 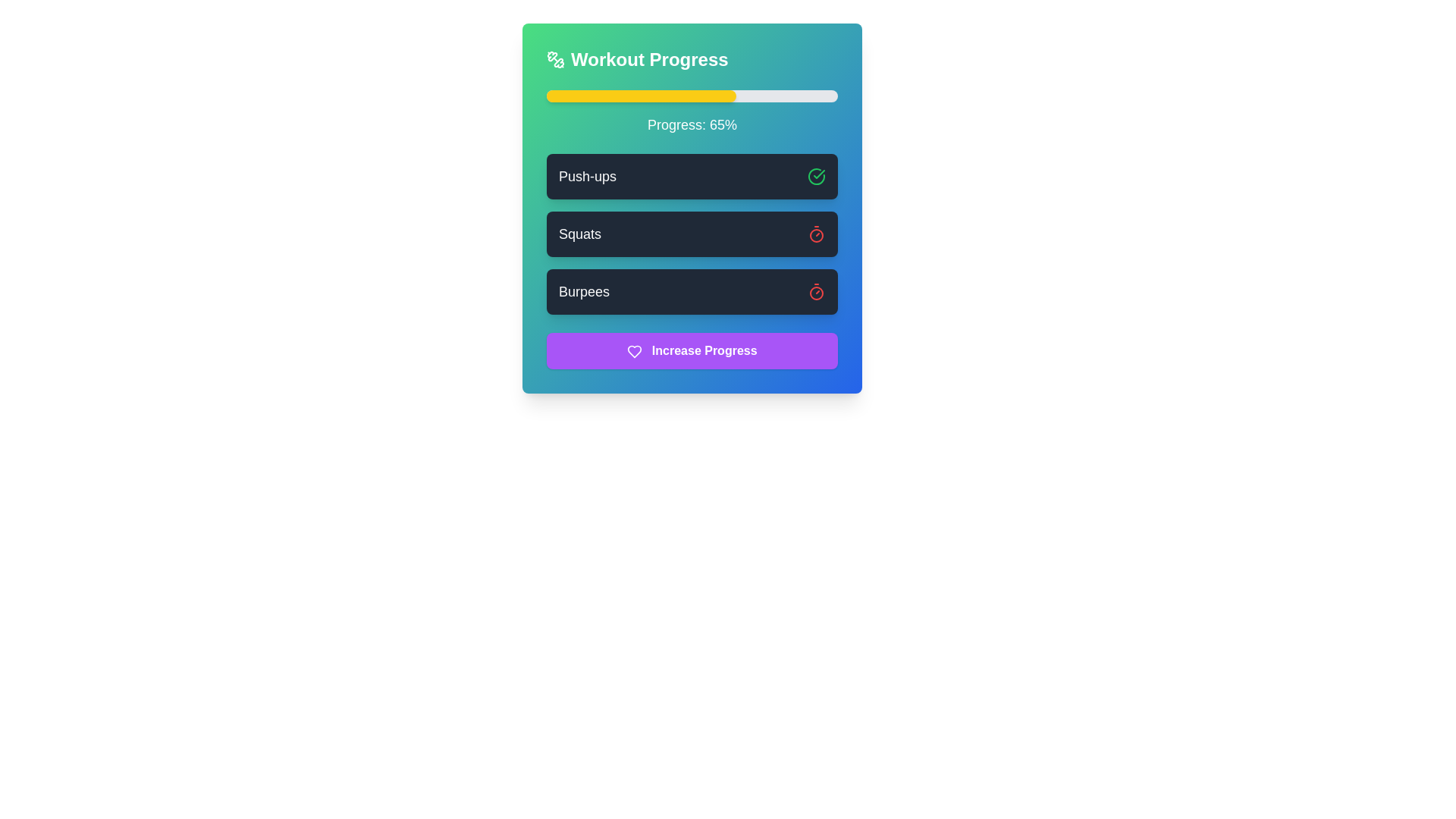 What do you see at coordinates (691, 124) in the screenshot?
I see `the Text Display that indicates the current progress percentage, which is located below the progress bar and above the exercise list, to potentially see more details` at bounding box center [691, 124].